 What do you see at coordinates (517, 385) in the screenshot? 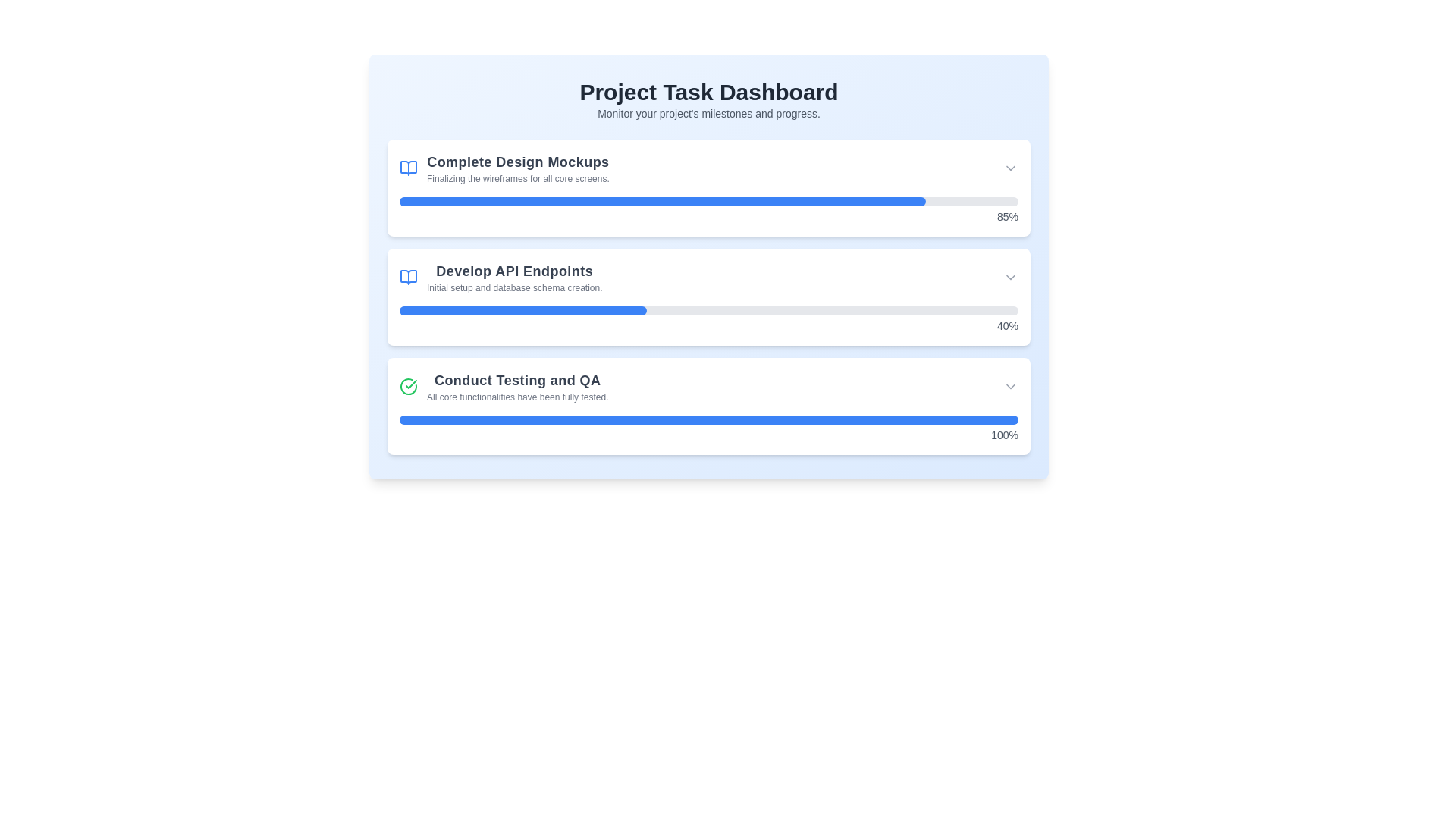
I see `the Text Display element that shows the task title and status description for the third task entry` at bounding box center [517, 385].